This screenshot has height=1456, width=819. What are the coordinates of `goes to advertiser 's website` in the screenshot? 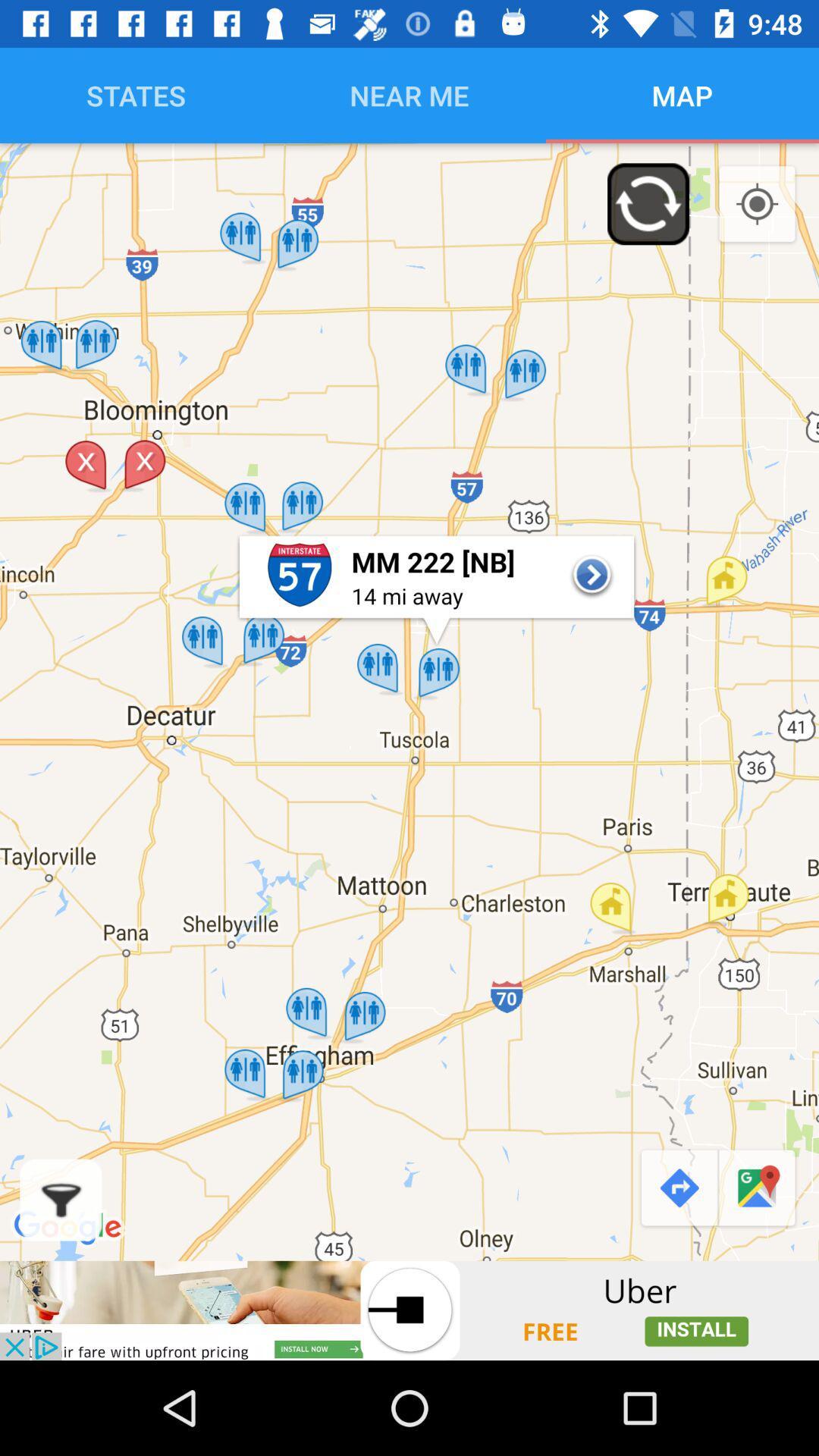 It's located at (409, 1310).